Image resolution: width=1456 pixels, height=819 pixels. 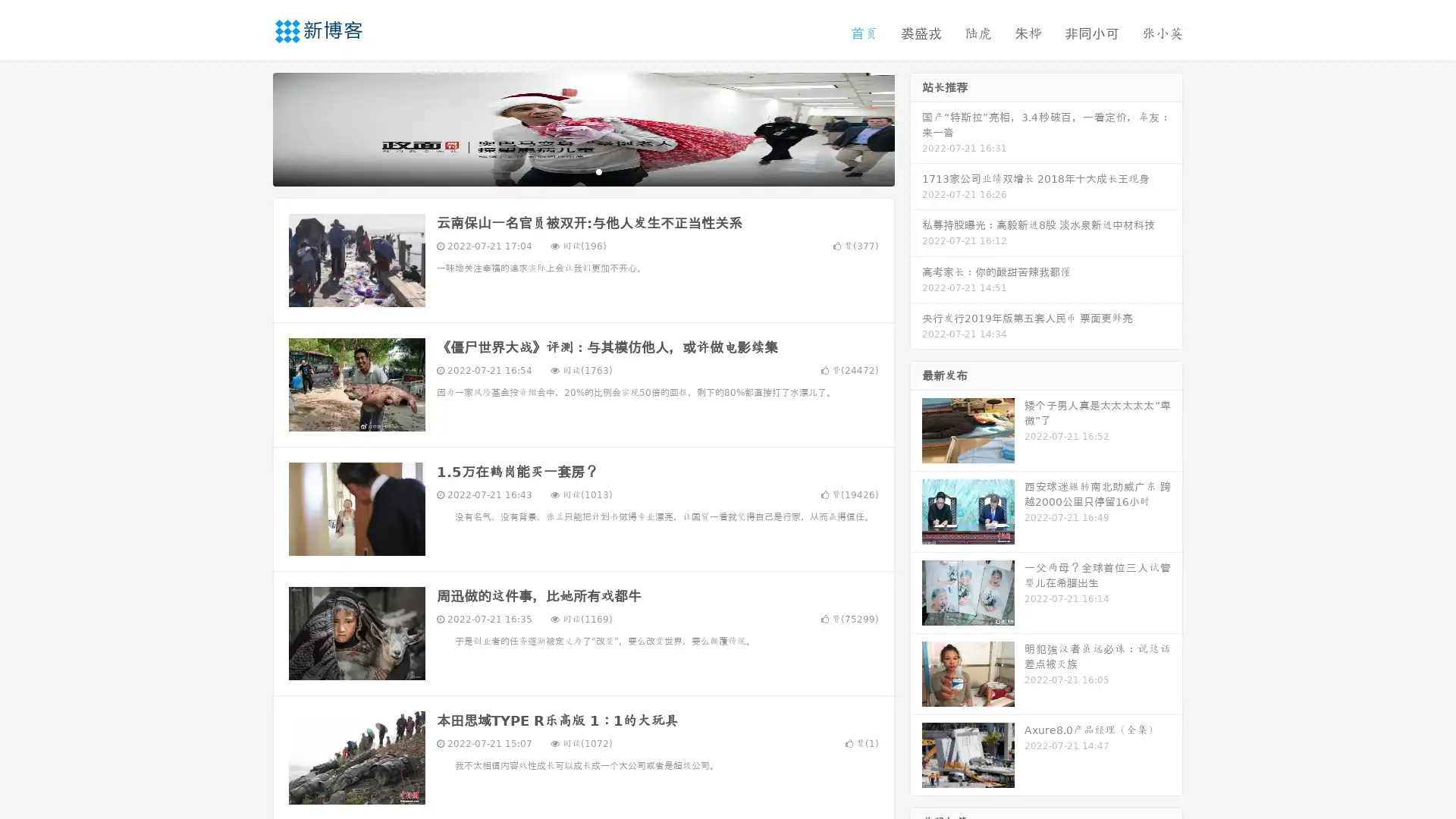 What do you see at coordinates (250, 127) in the screenshot?
I see `Previous slide` at bounding box center [250, 127].